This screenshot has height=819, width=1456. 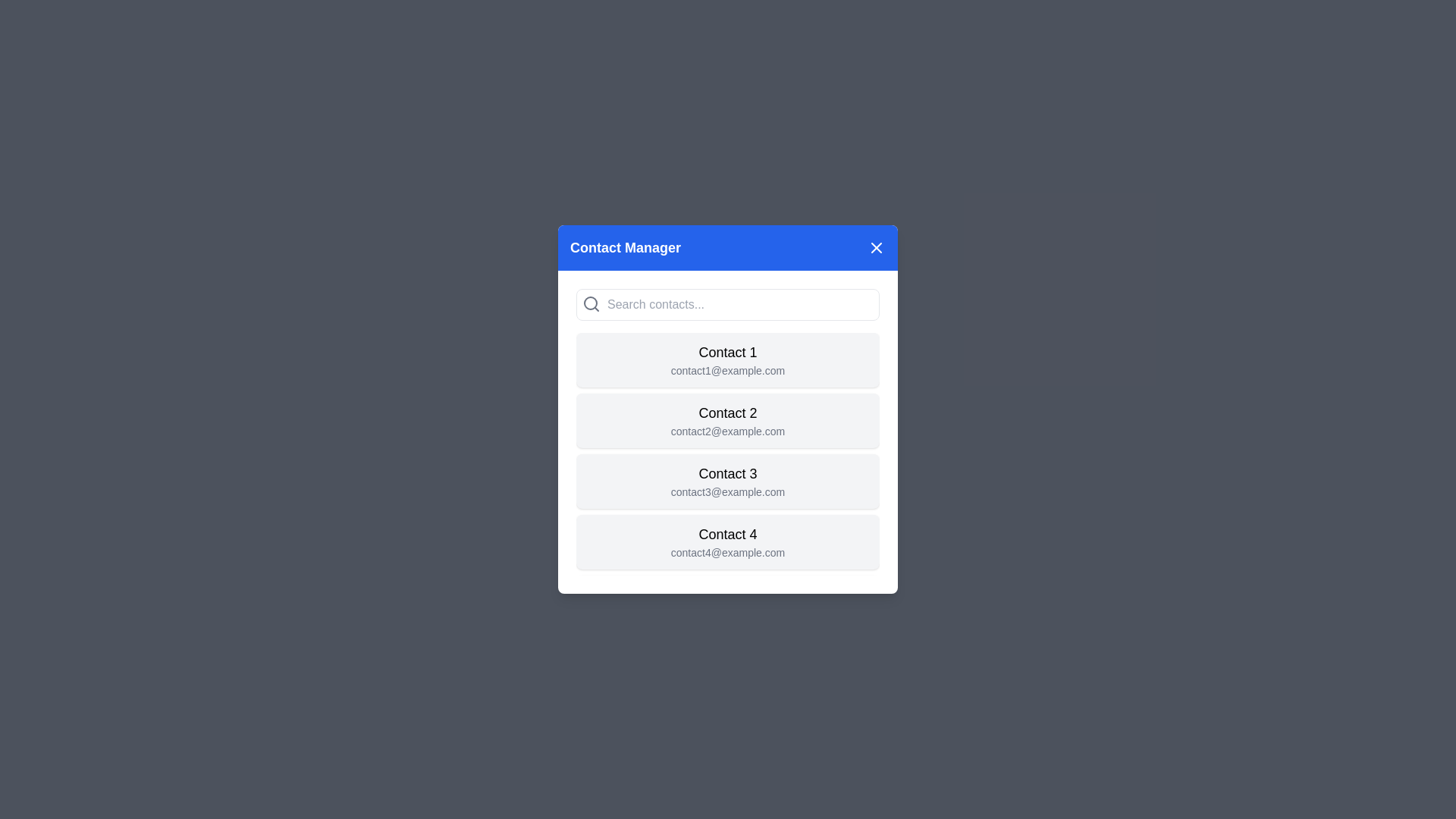 I want to click on the search icon located near the search bar, so click(x=590, y=304).